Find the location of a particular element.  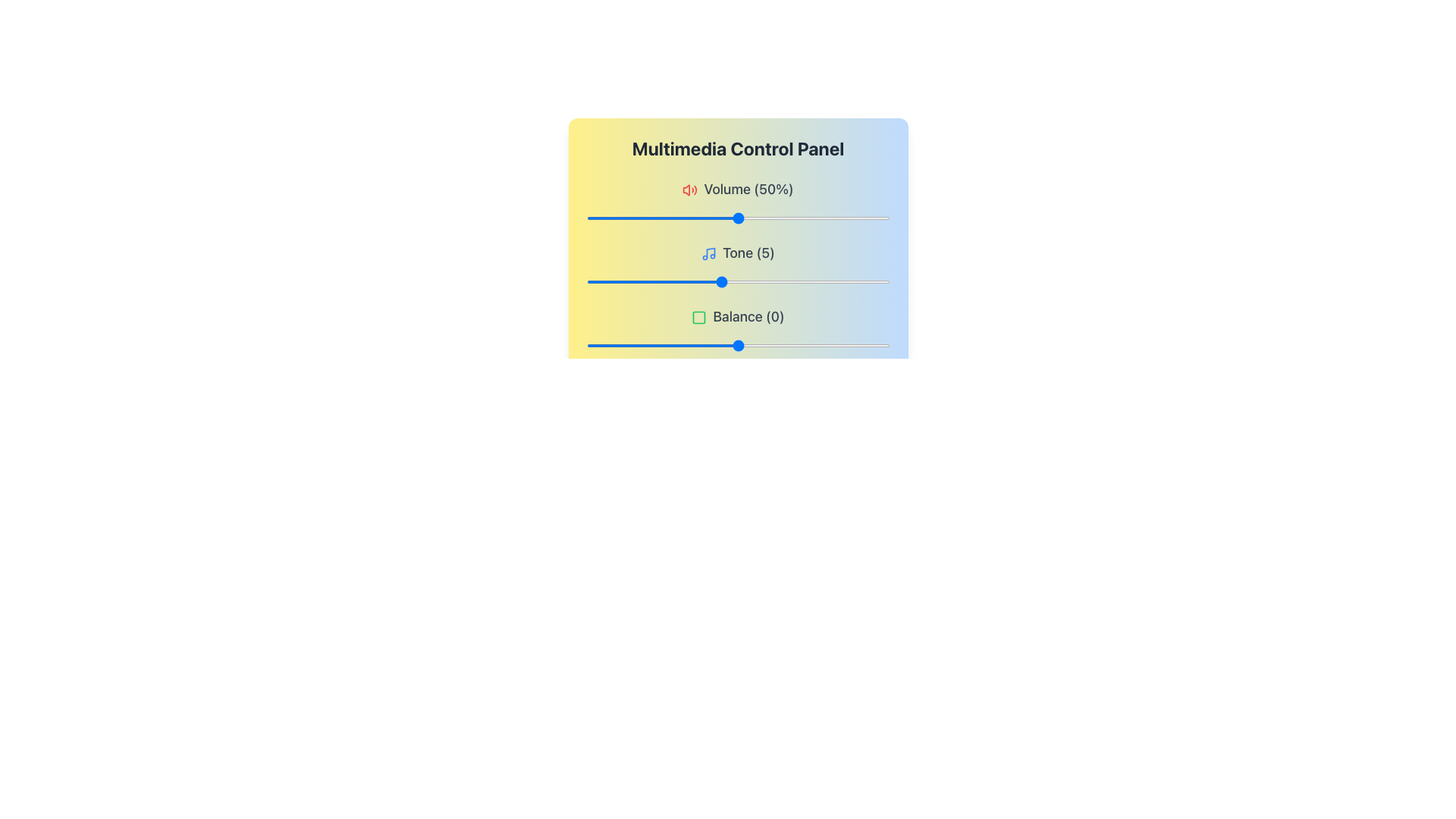

the SVG graphical element (rectangle) that serves as a graphical indicator for the 'Balance' functionality, positioned between the 'Tone (5)' label and slider and the 'Balance' slider is located at coordinates (698, 317).